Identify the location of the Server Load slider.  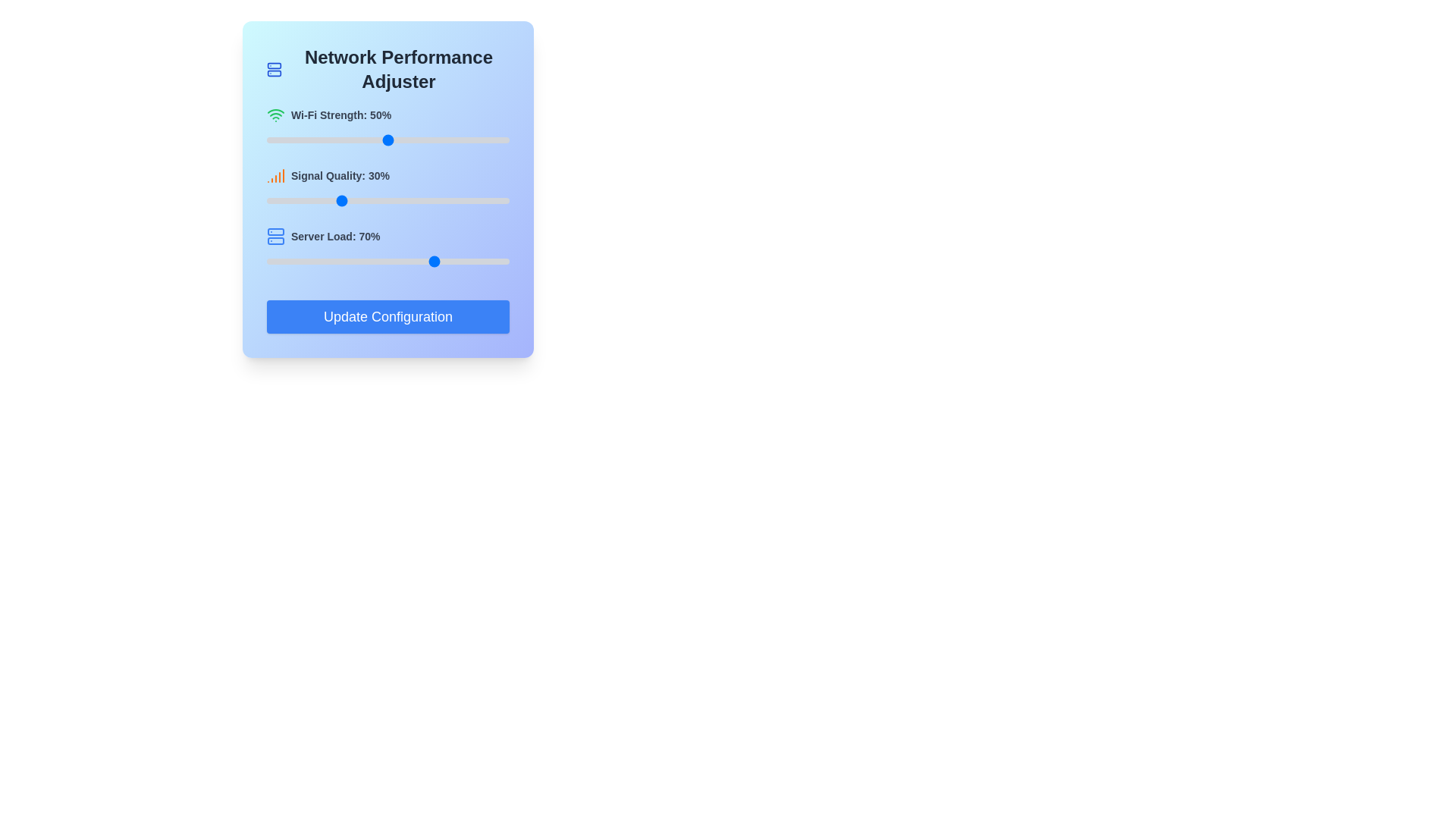
(344, 260).